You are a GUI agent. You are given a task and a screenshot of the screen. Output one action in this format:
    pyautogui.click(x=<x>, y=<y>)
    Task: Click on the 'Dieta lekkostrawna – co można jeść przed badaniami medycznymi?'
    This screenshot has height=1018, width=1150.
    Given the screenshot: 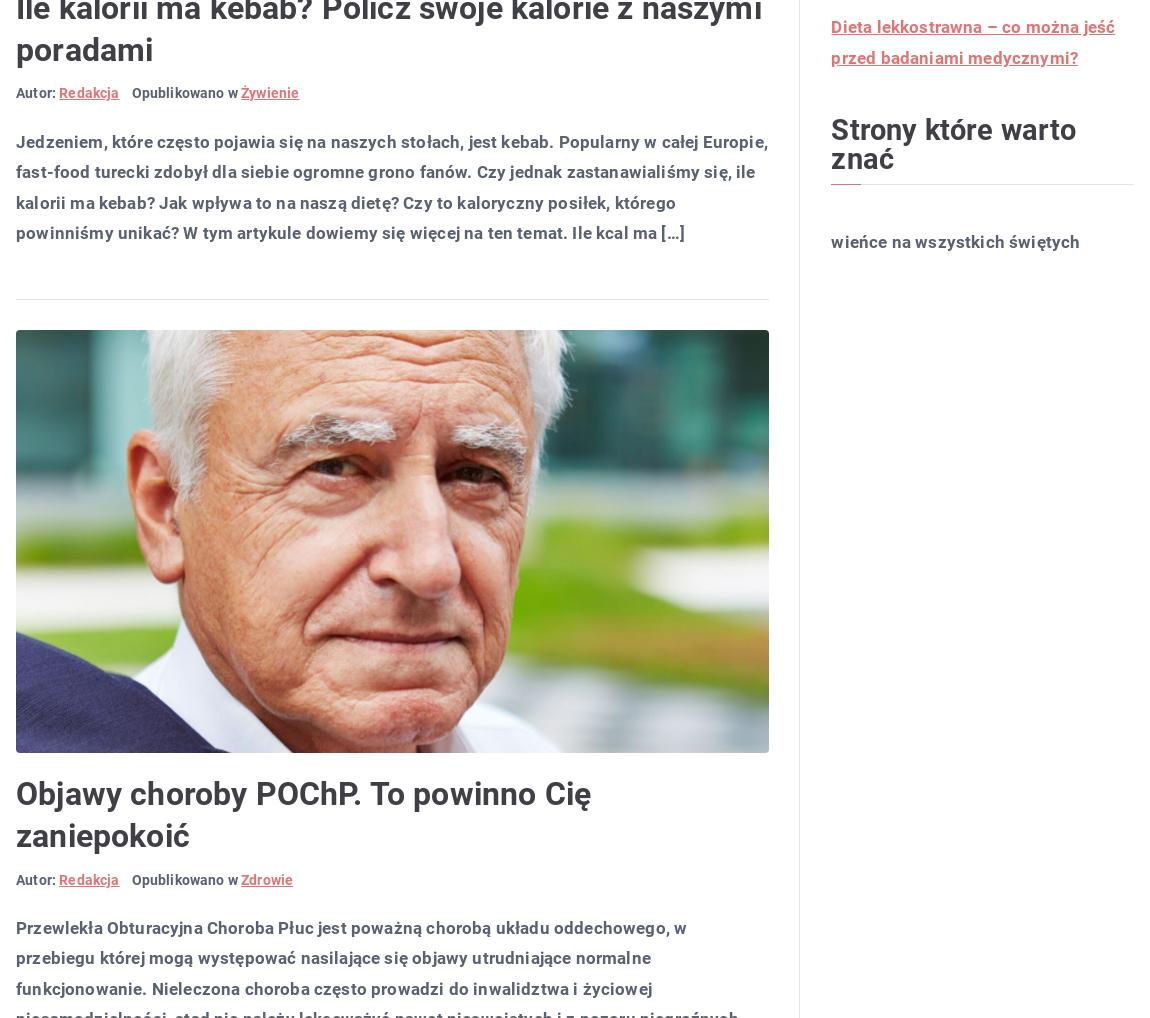 What is the action you would take?
    pyautogui.click(x=973, y=41)
    